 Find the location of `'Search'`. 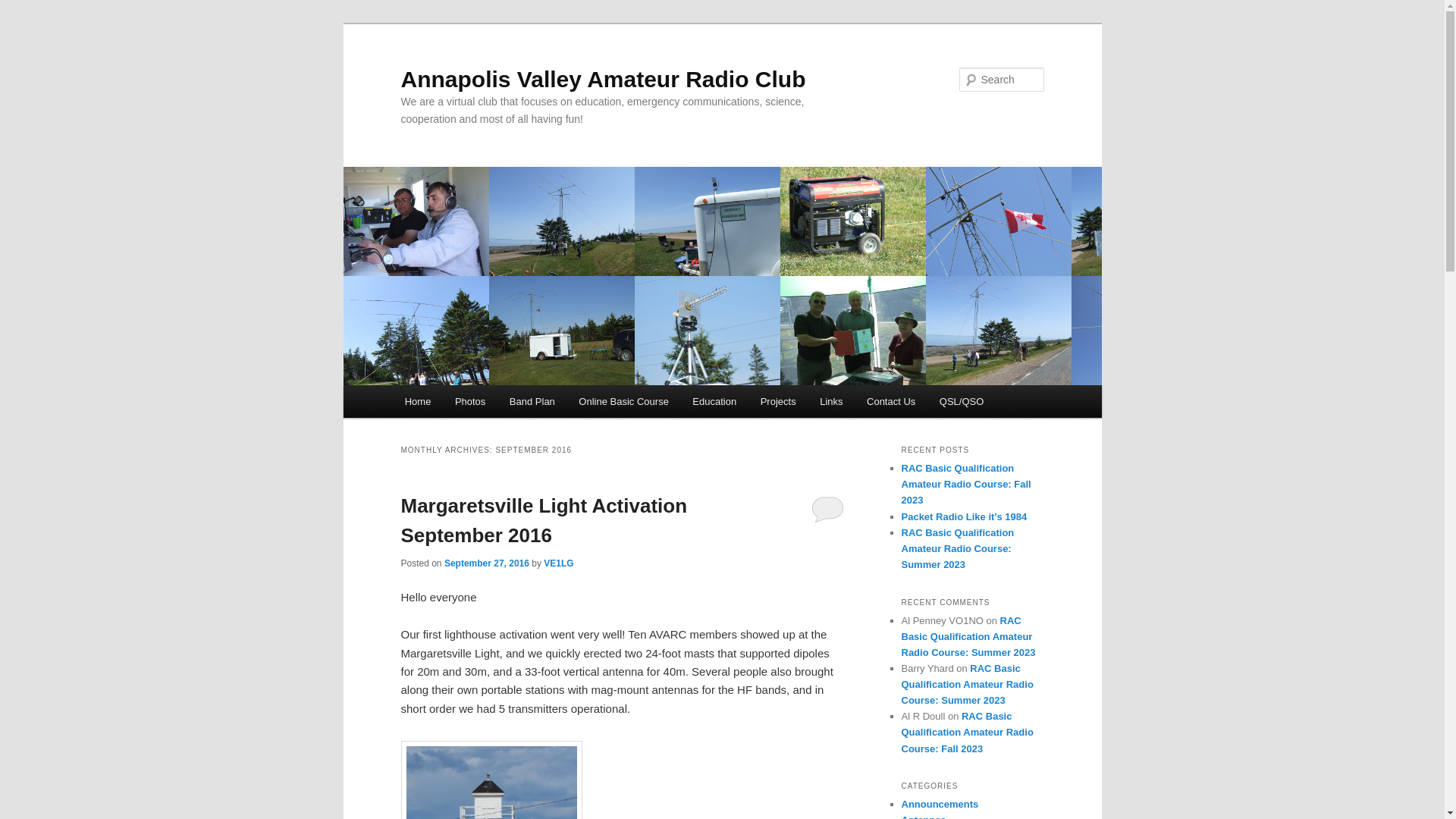

'Search' is located at coordinates (24, 8).